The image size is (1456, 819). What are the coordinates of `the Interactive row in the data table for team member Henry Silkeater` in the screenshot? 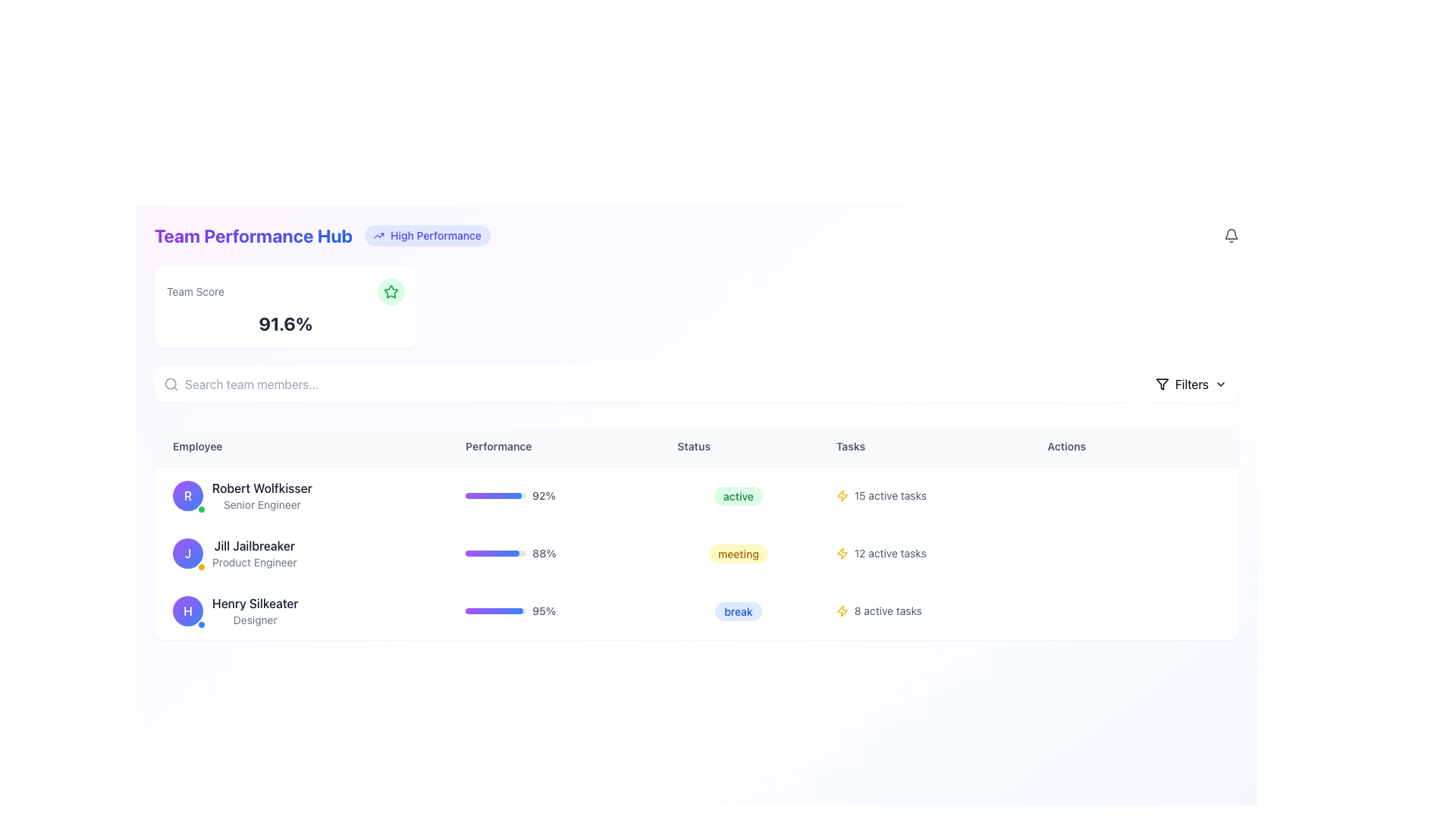 It's located at (695, 610).